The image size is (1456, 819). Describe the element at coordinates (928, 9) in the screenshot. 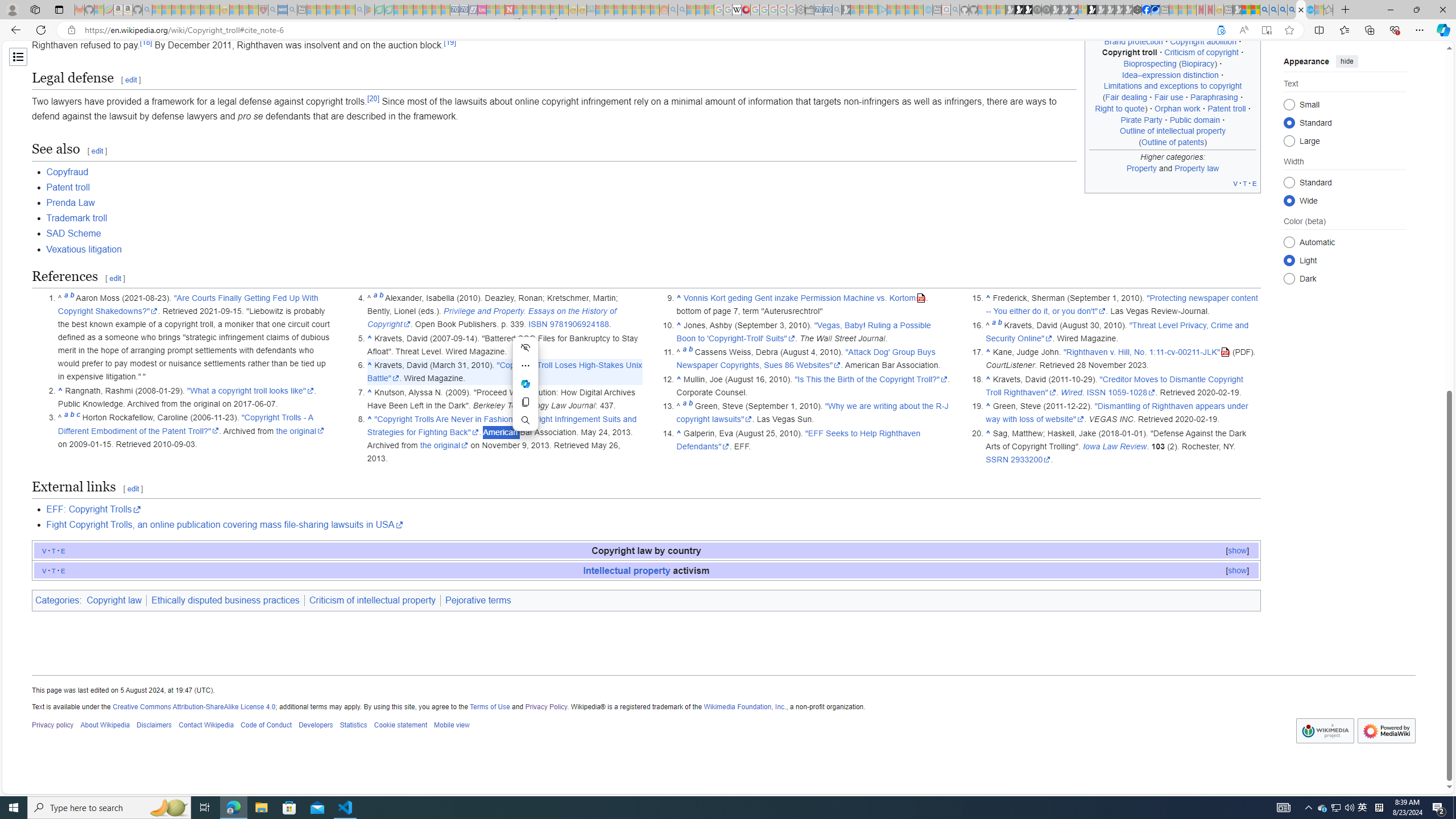

I see `'Home | Sky Blue Bikes - Sky Blue Bikes - Sleeping'` at that location.